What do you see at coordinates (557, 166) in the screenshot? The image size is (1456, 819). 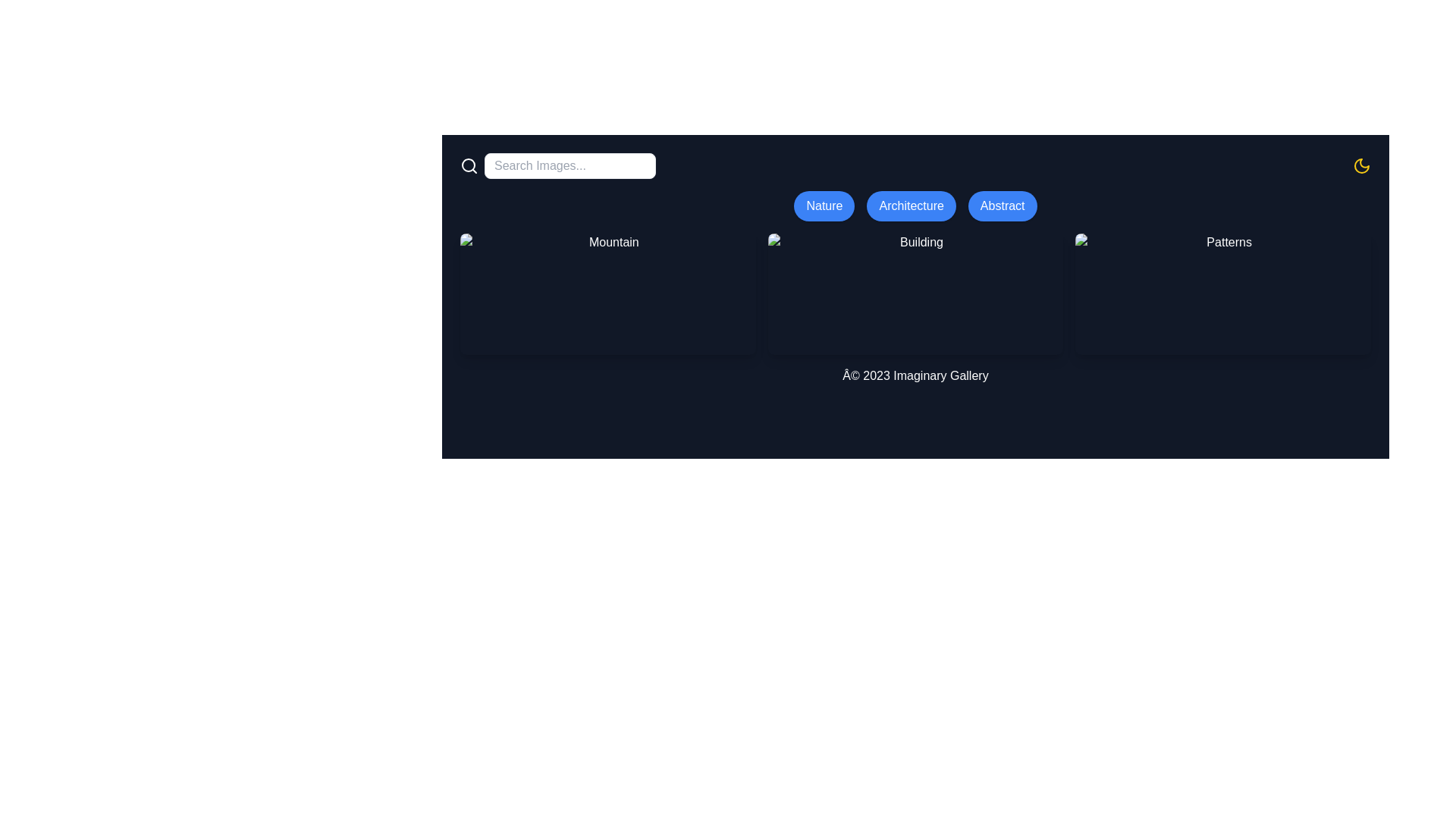 I see `the search input field with placeholder text 'Search Images...' to focus on it for typing` at bounding box center [557, 166].